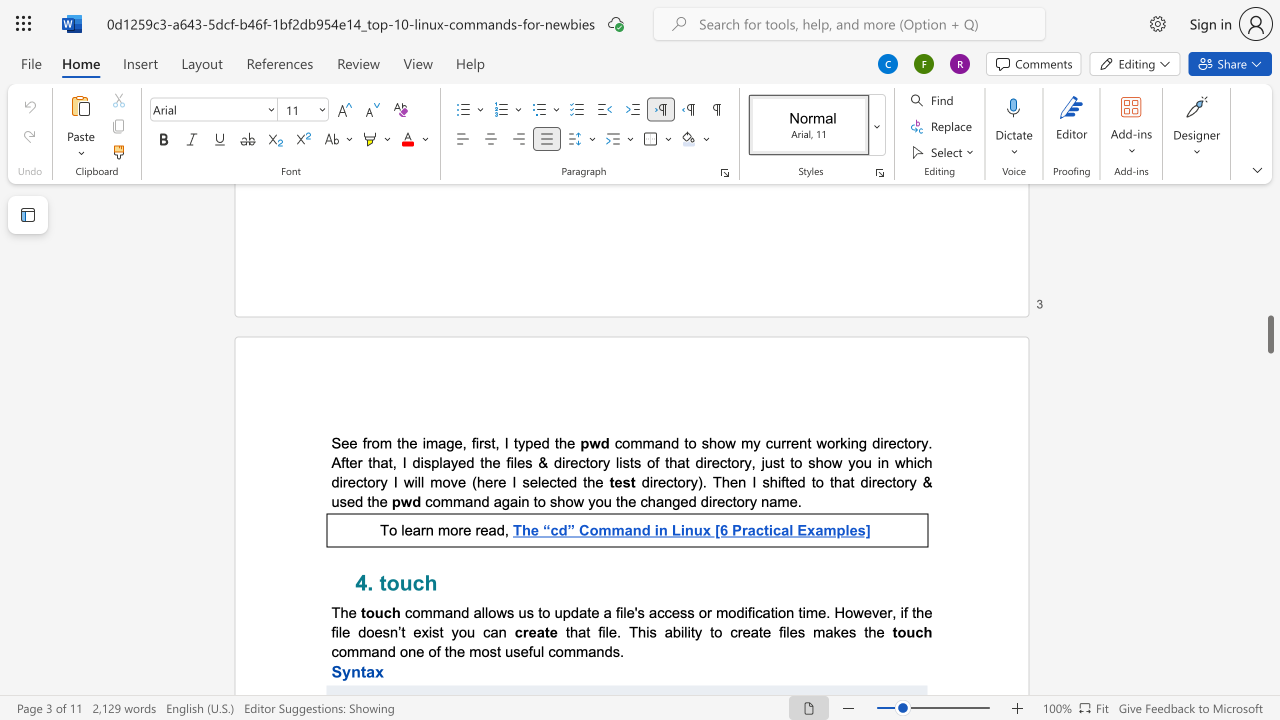  What do you see at coordinates (1269, 270) in the screenshot?
I see `the scrollbar on the right` at bounding box center [1269, 270].